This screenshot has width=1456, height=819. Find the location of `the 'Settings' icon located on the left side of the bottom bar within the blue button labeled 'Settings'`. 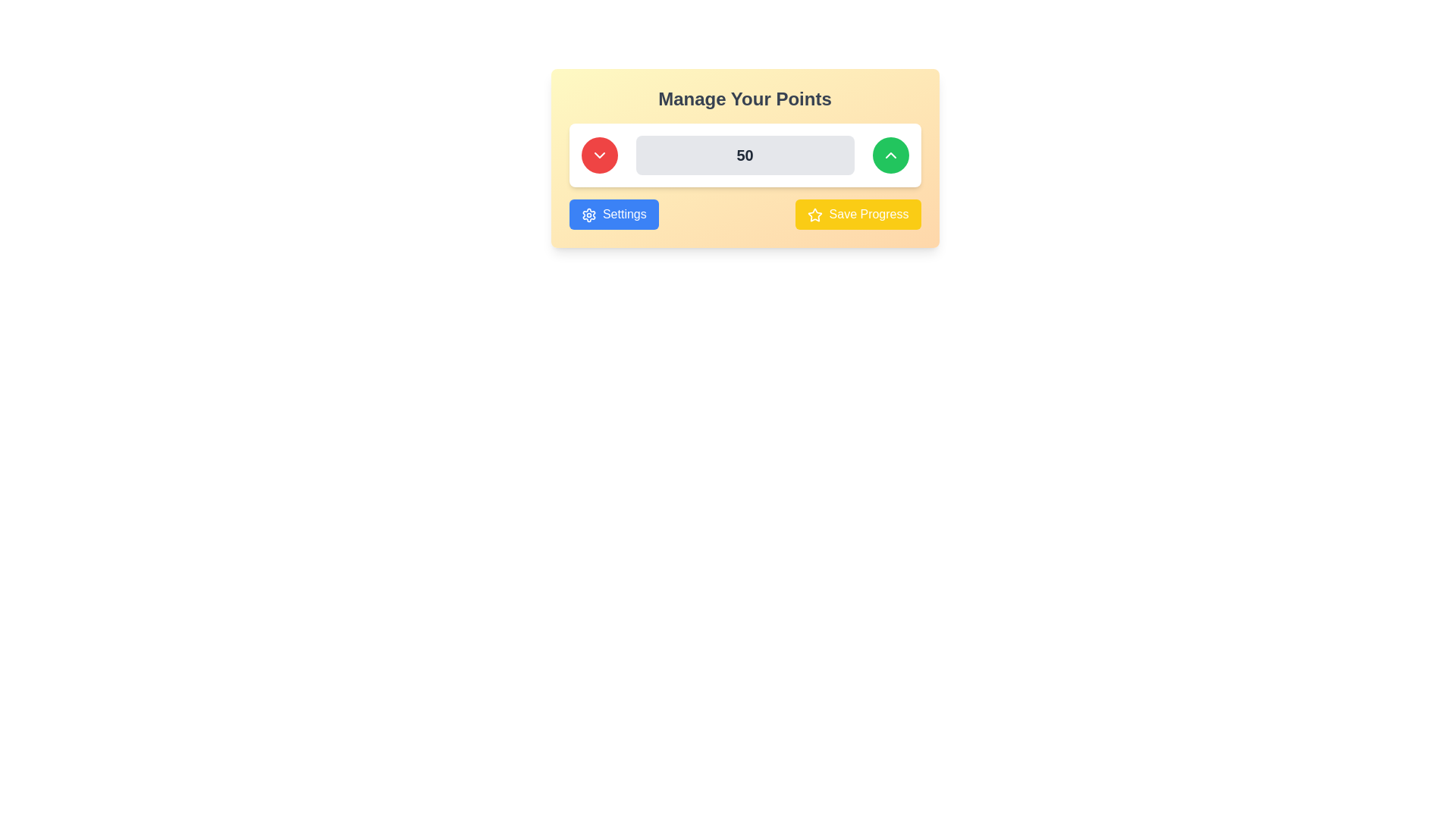

the 'Settings' icon located on the left side of the bottom bar within the blue button labeled 'Settings' is located at coordinates (588, 215).